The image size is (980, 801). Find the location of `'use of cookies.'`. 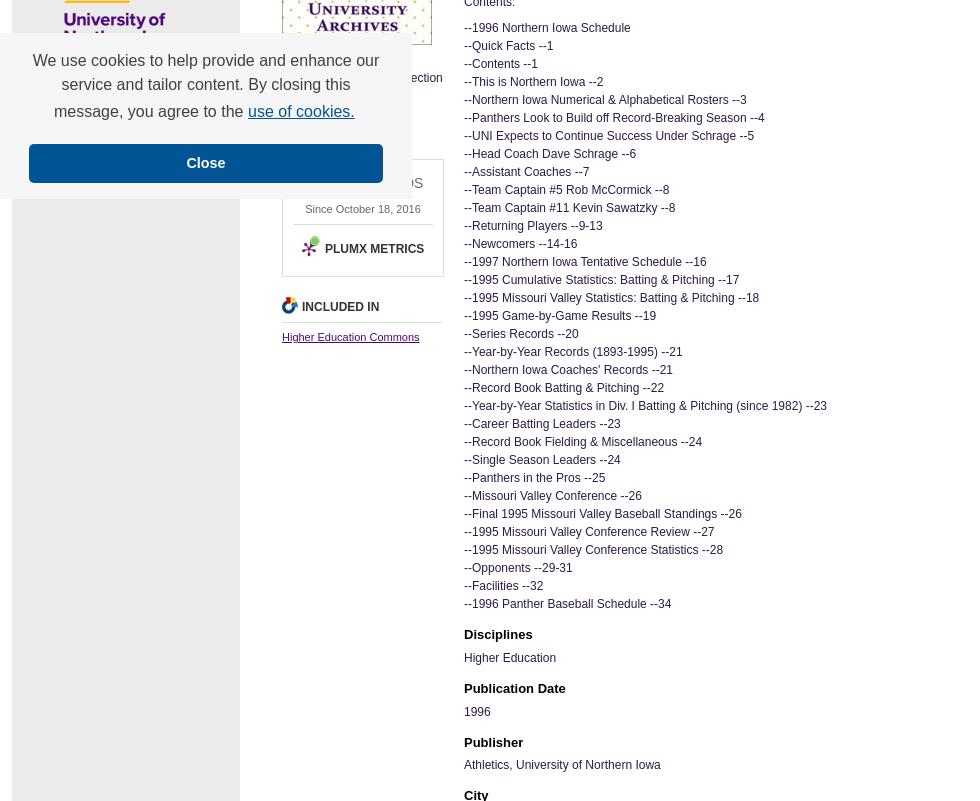

'use of cookies.' is located at coordinates (300, 110).